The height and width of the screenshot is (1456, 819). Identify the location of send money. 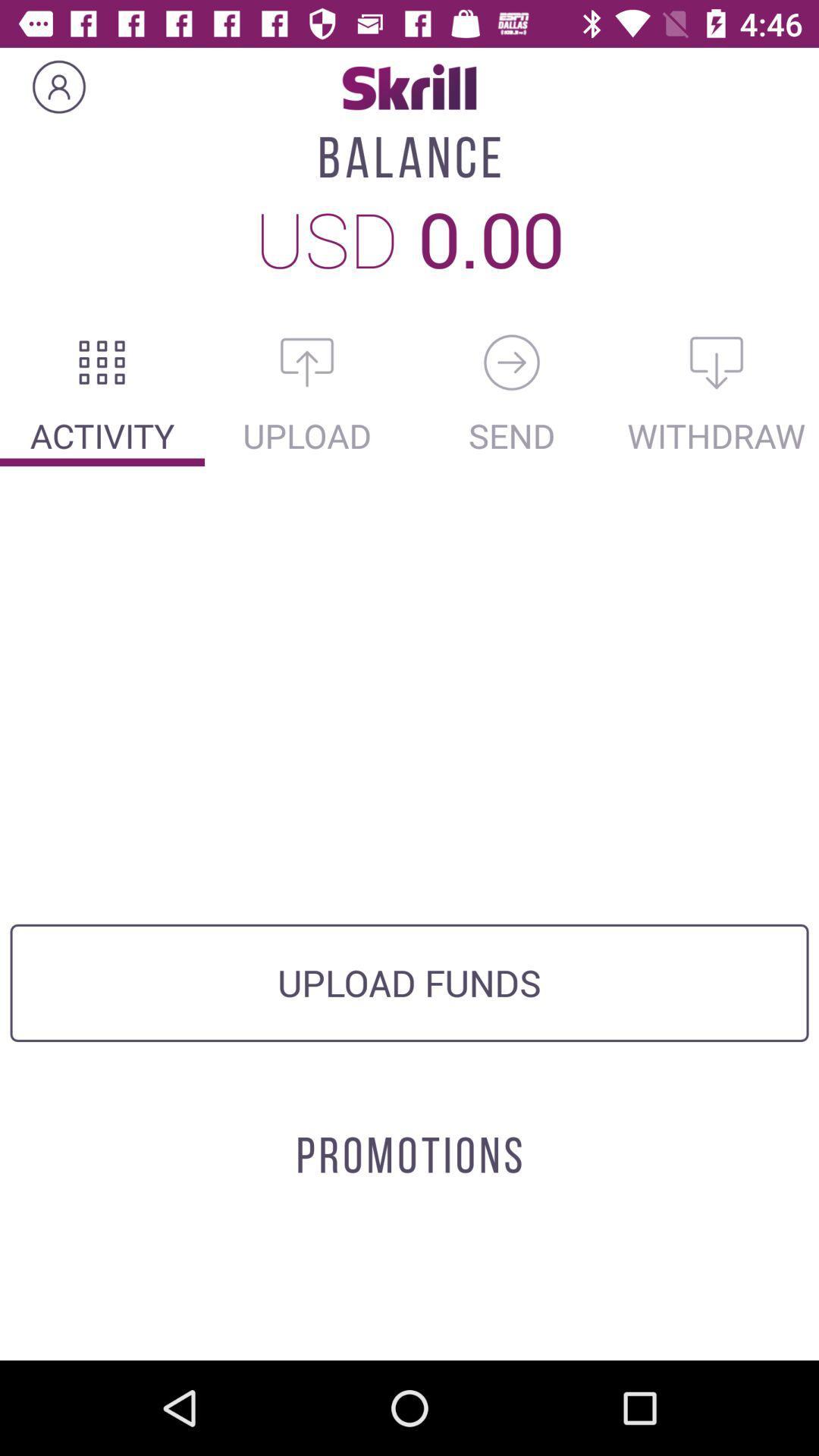
(512, 362).